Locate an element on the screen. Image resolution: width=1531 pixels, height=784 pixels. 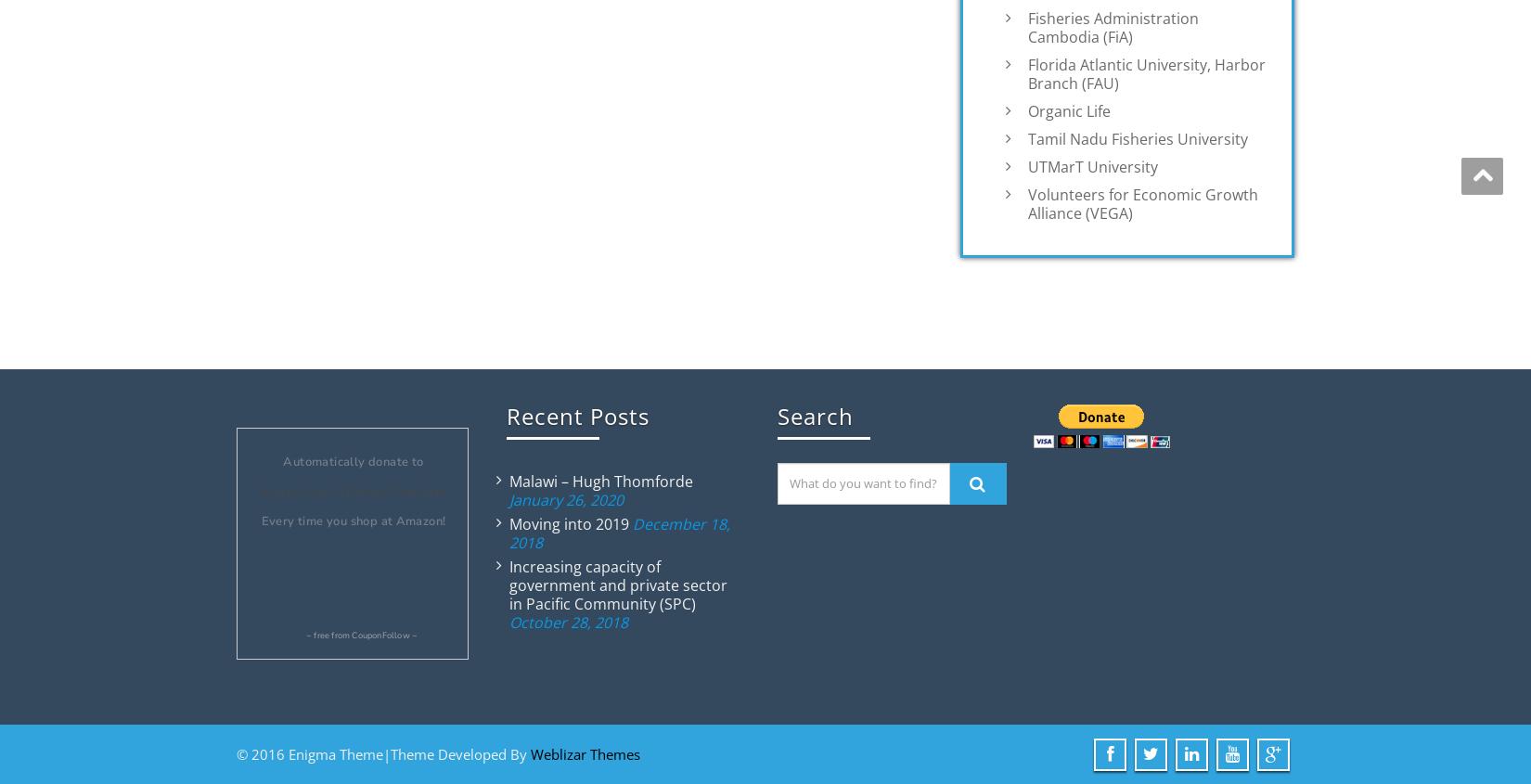
'Aquaculture Without Frontiers' is located at coordinates (353, 489).